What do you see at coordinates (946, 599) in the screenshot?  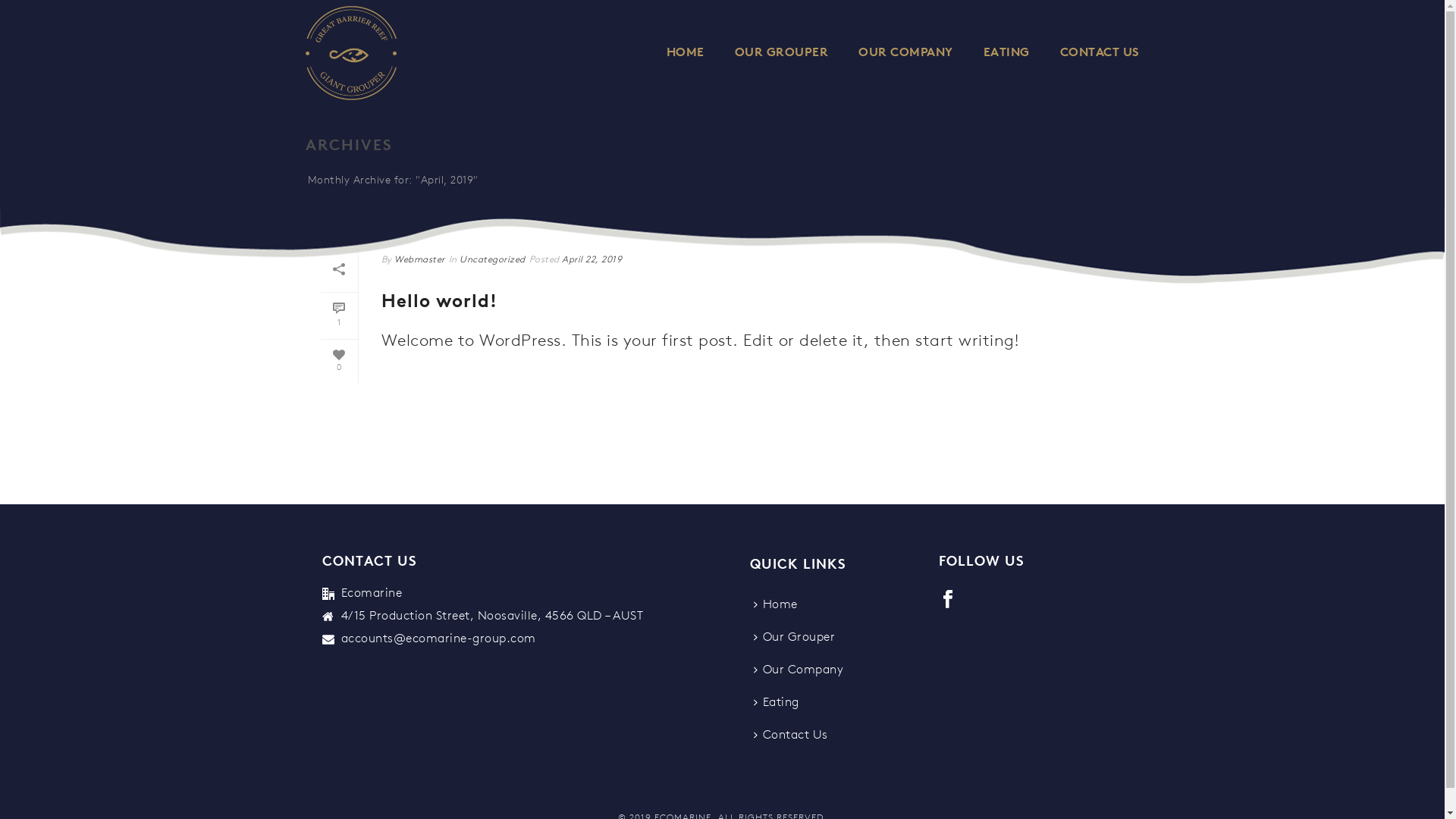 I see `'Follow Us on facebook'` at bounding box center [946, 599].